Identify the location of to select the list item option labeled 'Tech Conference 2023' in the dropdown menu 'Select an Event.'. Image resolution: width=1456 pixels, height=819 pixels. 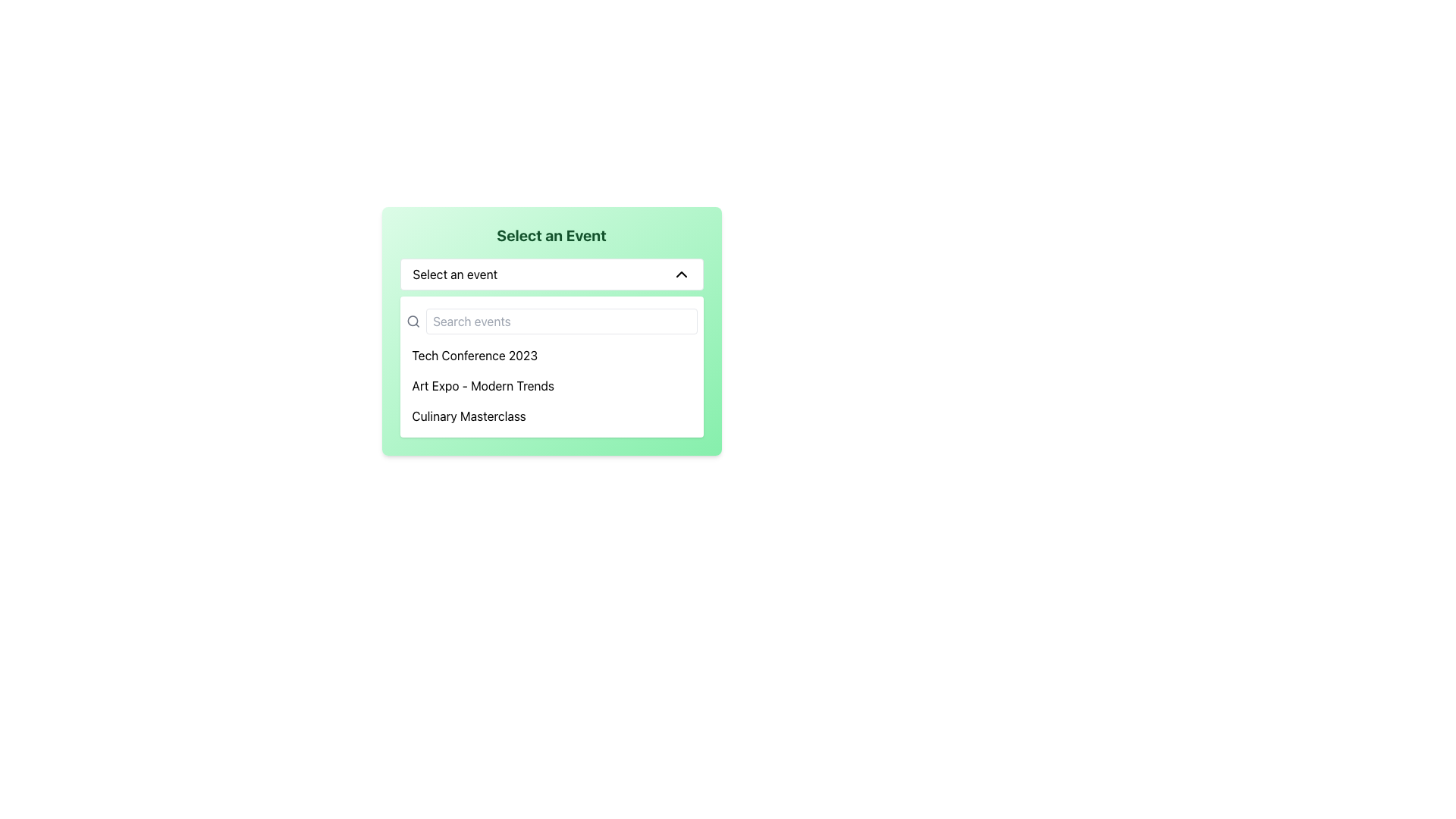
(473, 356).